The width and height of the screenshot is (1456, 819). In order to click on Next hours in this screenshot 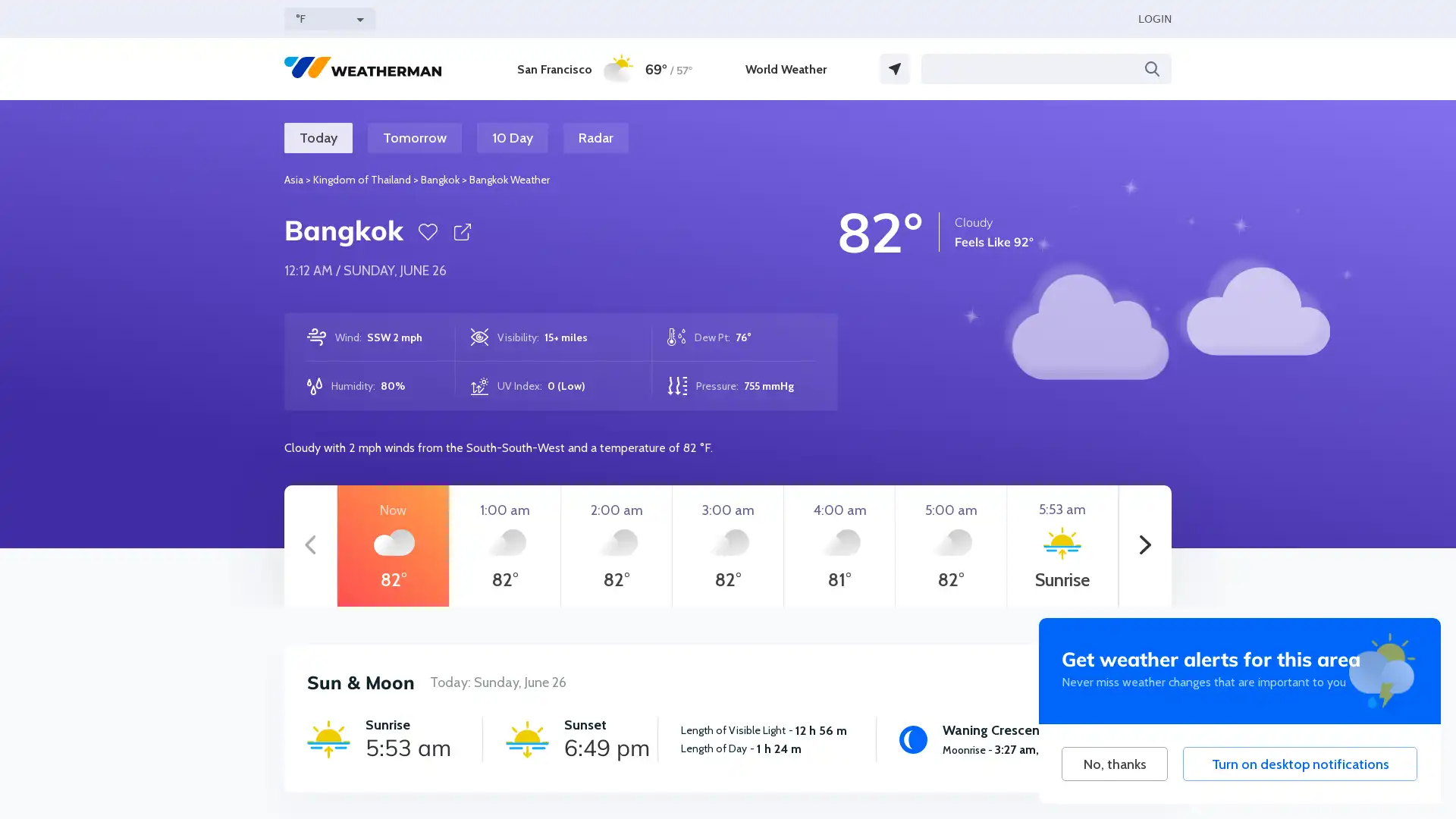, I will do `click(1145, 546)`.